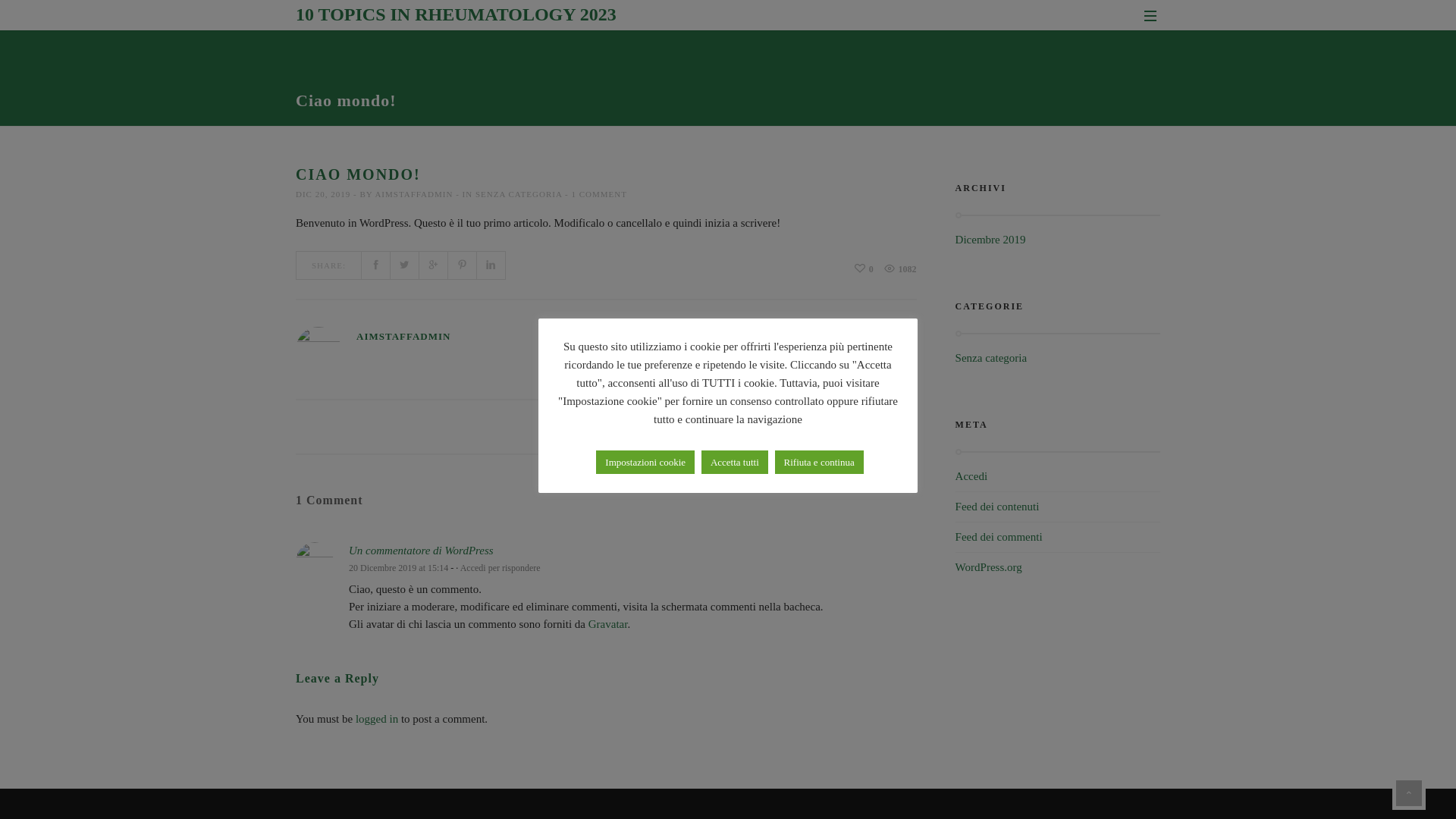 The width and height of the screenshot is (1456, 819). Describe the element at coordinates (971, 475) in the screenshot. I see `'Accedi'` at that location.